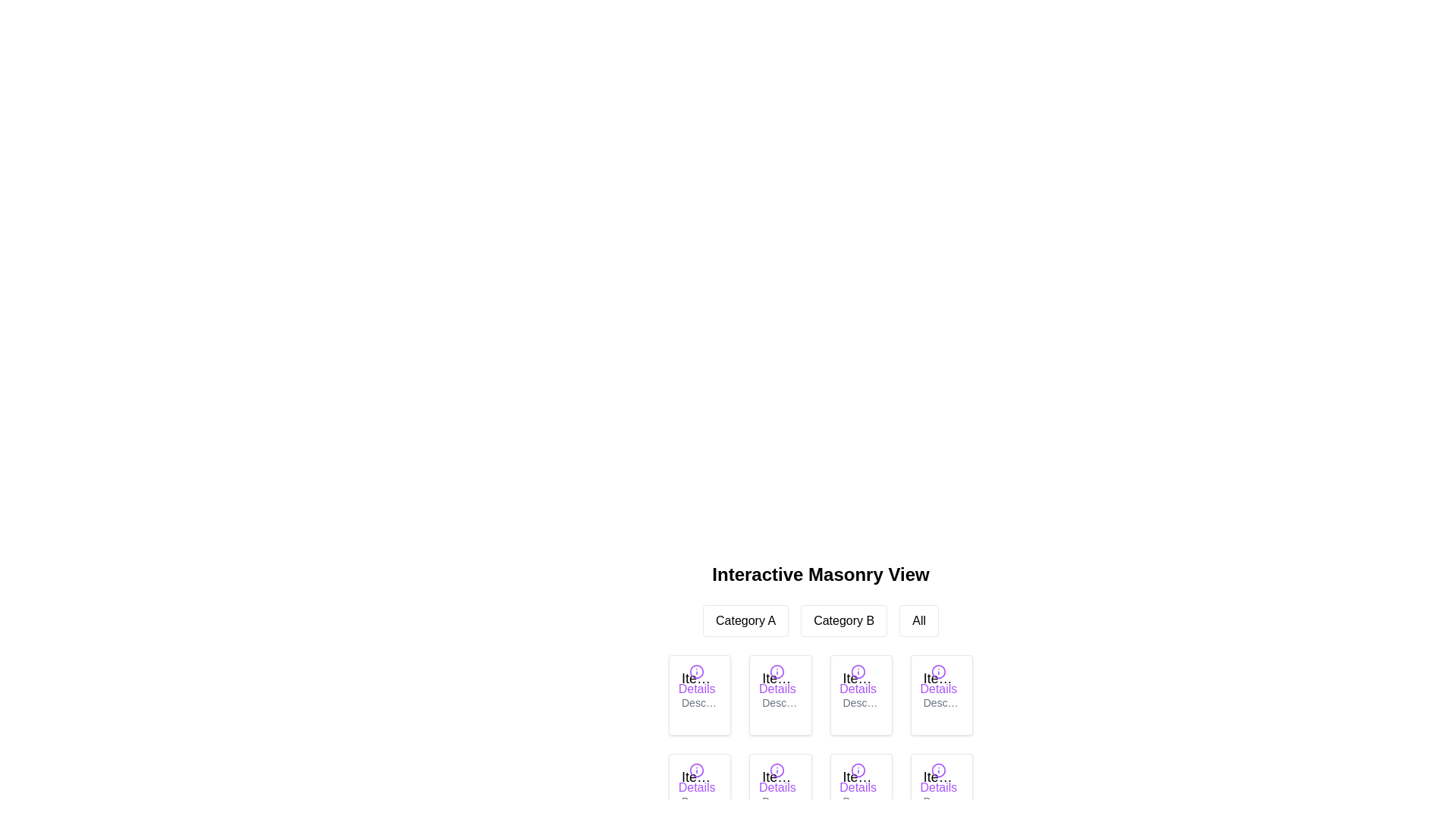 The height and width of the screenshot is (819, 1456). Describe the element at coordinates (937, 778) in the screenshot. I see `the interactive text link for 'Item 8' located in the top-right corner of its card` at that location.